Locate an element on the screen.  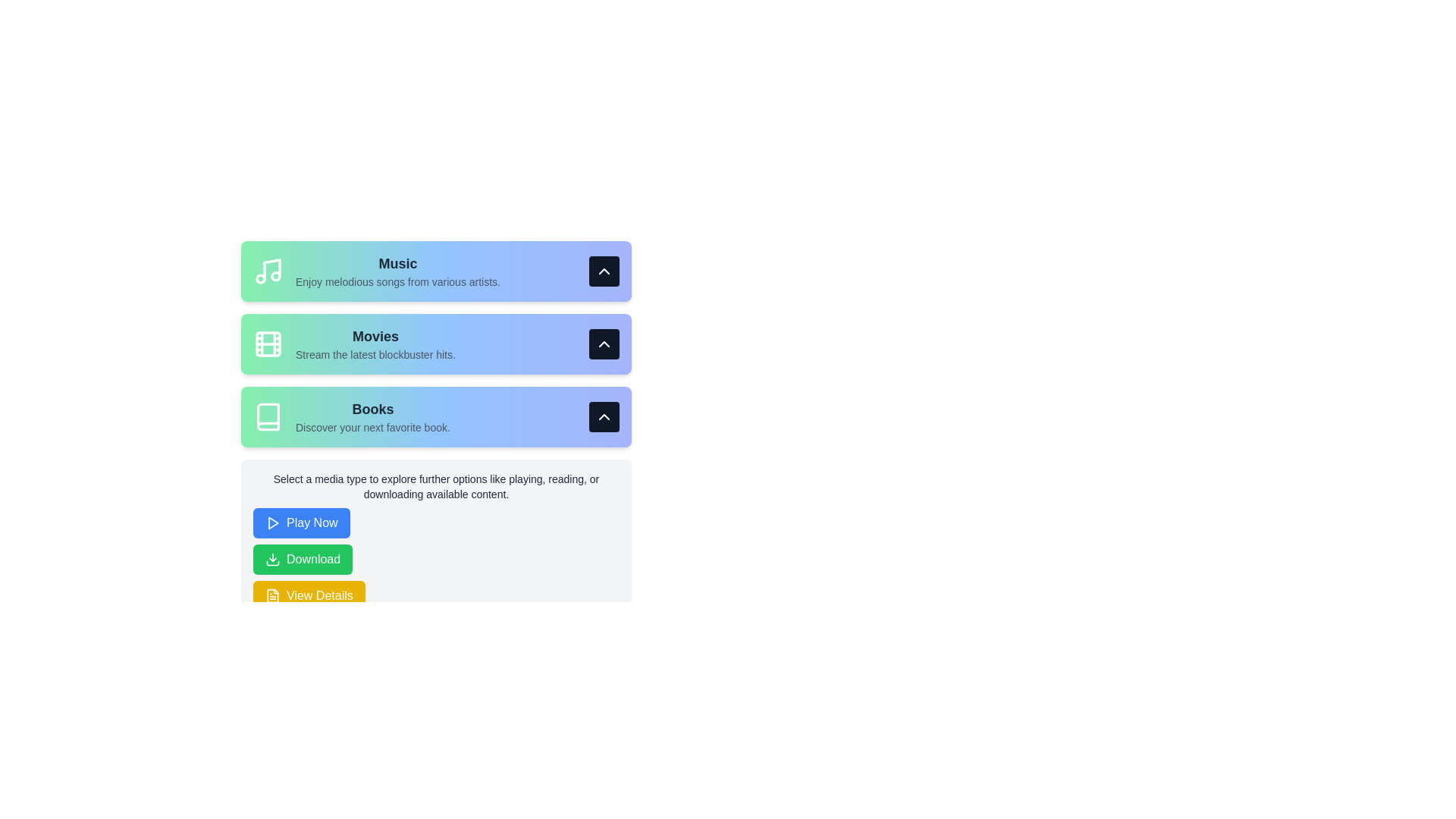
the square button with a dark background and a white upward arrow icon in the center, located at the top-right corner of the 'Books' section is located at coordinates (603, 417).